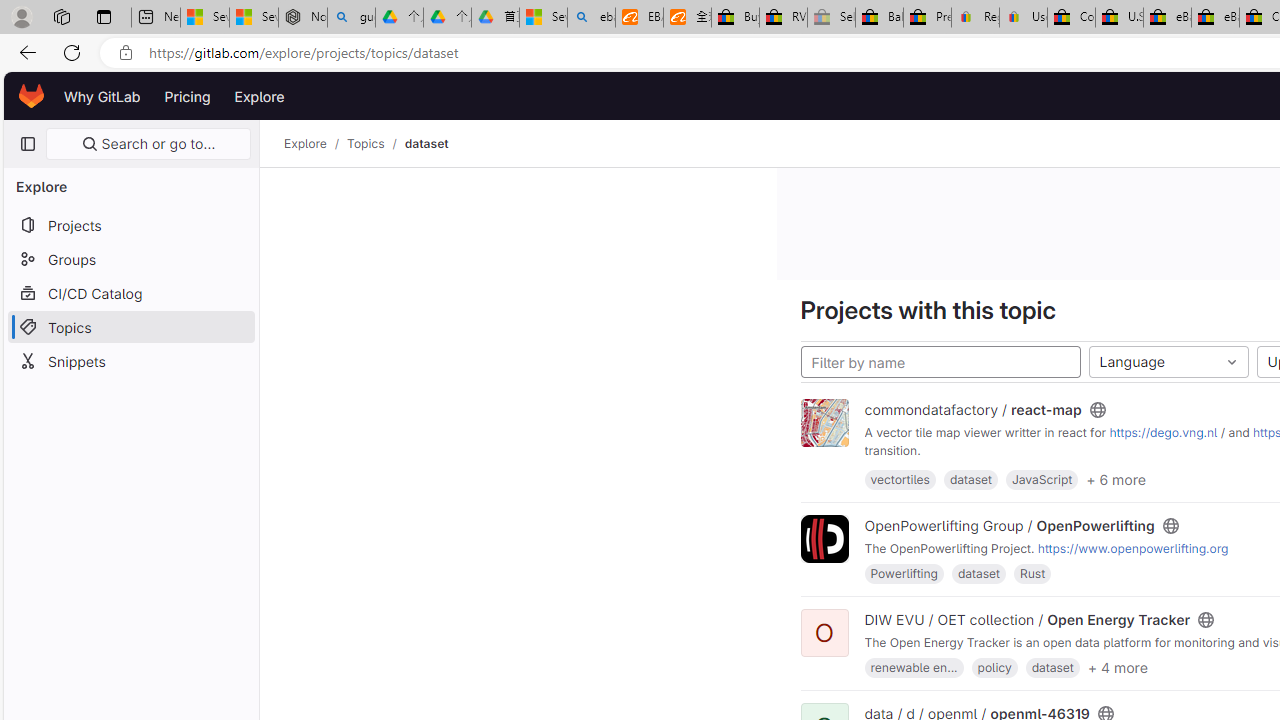  I want to click on 'https://www.openpowerlifting.org', so click(1132, 549).